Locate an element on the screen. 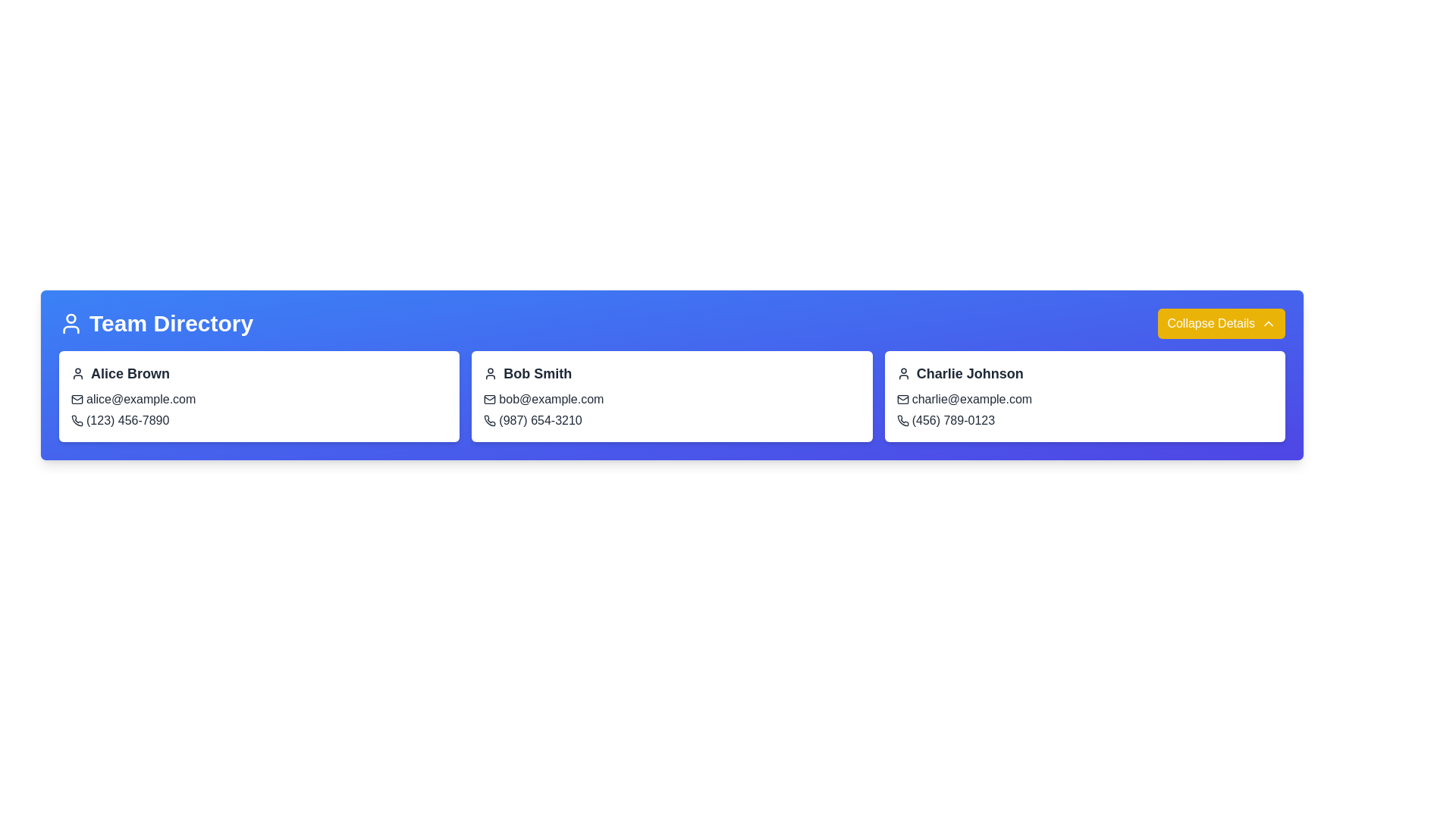  the phone number icon located beneath the email icon, adjacent to the text block displaying Alice Brown's contact information in the Team Directory interface is located at coordinates (76, 421).